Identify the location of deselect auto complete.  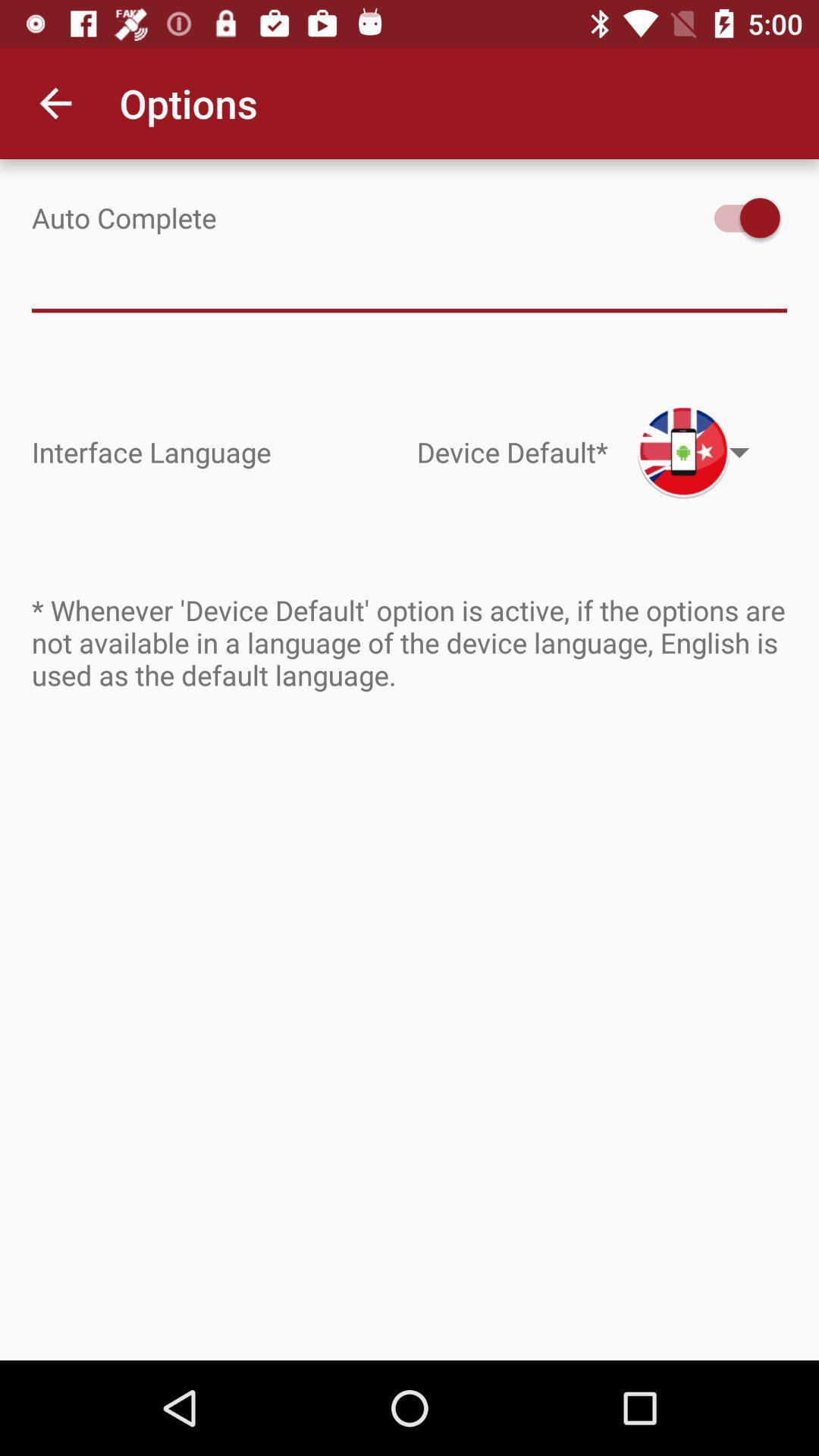
(739, 217).